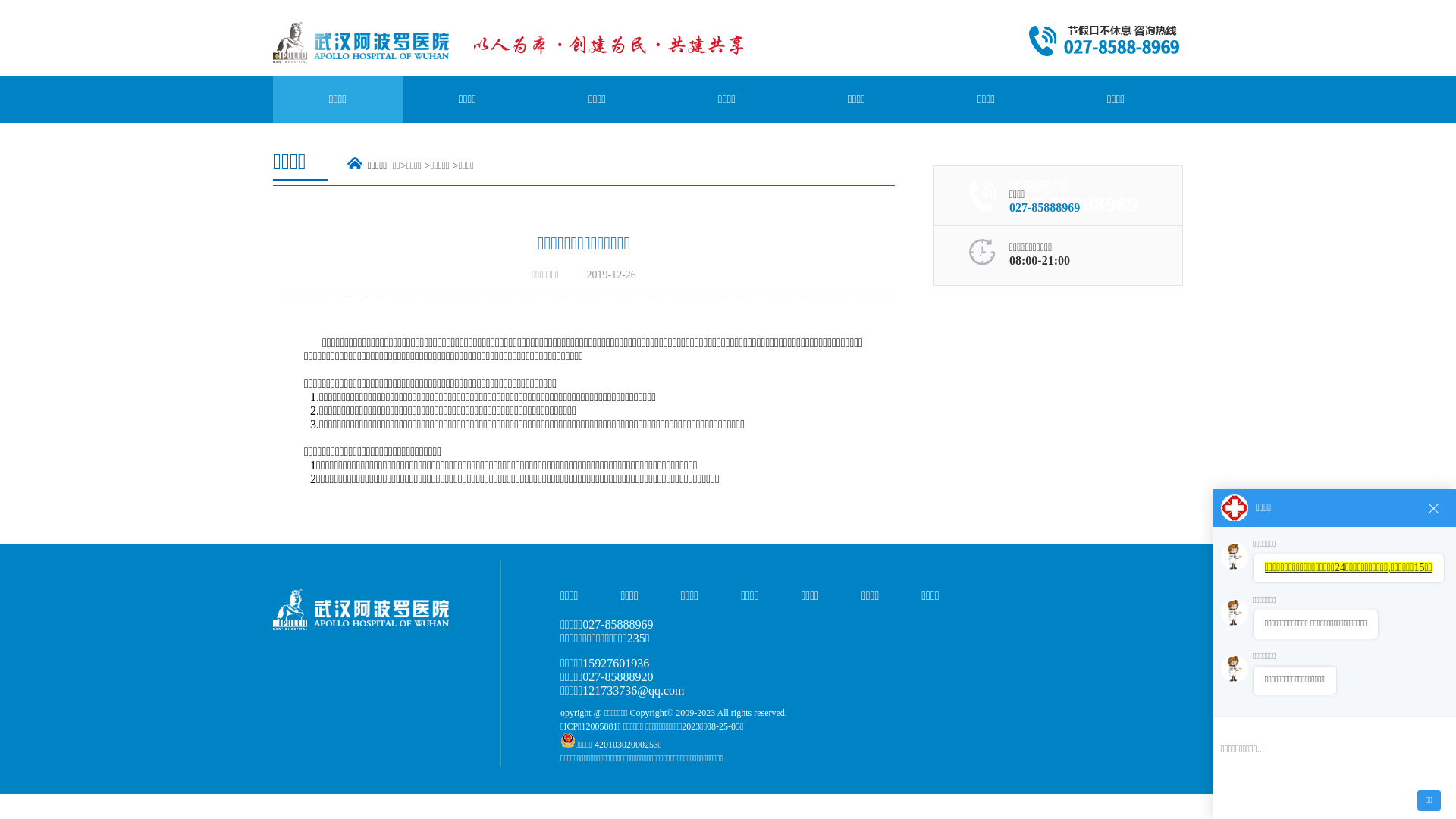  What do you see at coordinates (633, 690) in the screenshot?
I see `'121733736@qq.com'` at bounding box center [633, 690].